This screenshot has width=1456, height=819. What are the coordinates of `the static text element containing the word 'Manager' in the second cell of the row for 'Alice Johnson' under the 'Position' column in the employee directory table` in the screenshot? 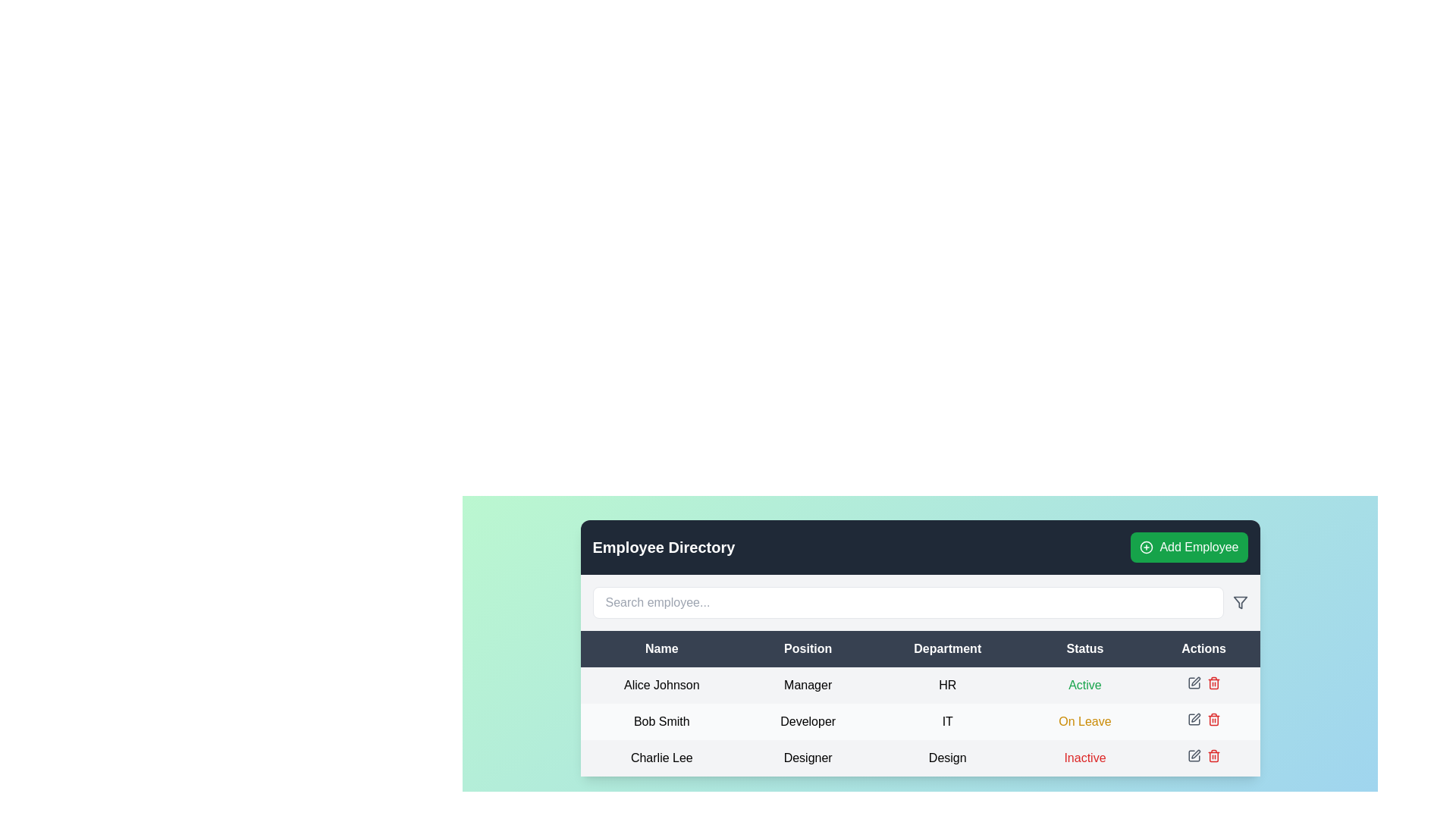 It's located at (807, 685).